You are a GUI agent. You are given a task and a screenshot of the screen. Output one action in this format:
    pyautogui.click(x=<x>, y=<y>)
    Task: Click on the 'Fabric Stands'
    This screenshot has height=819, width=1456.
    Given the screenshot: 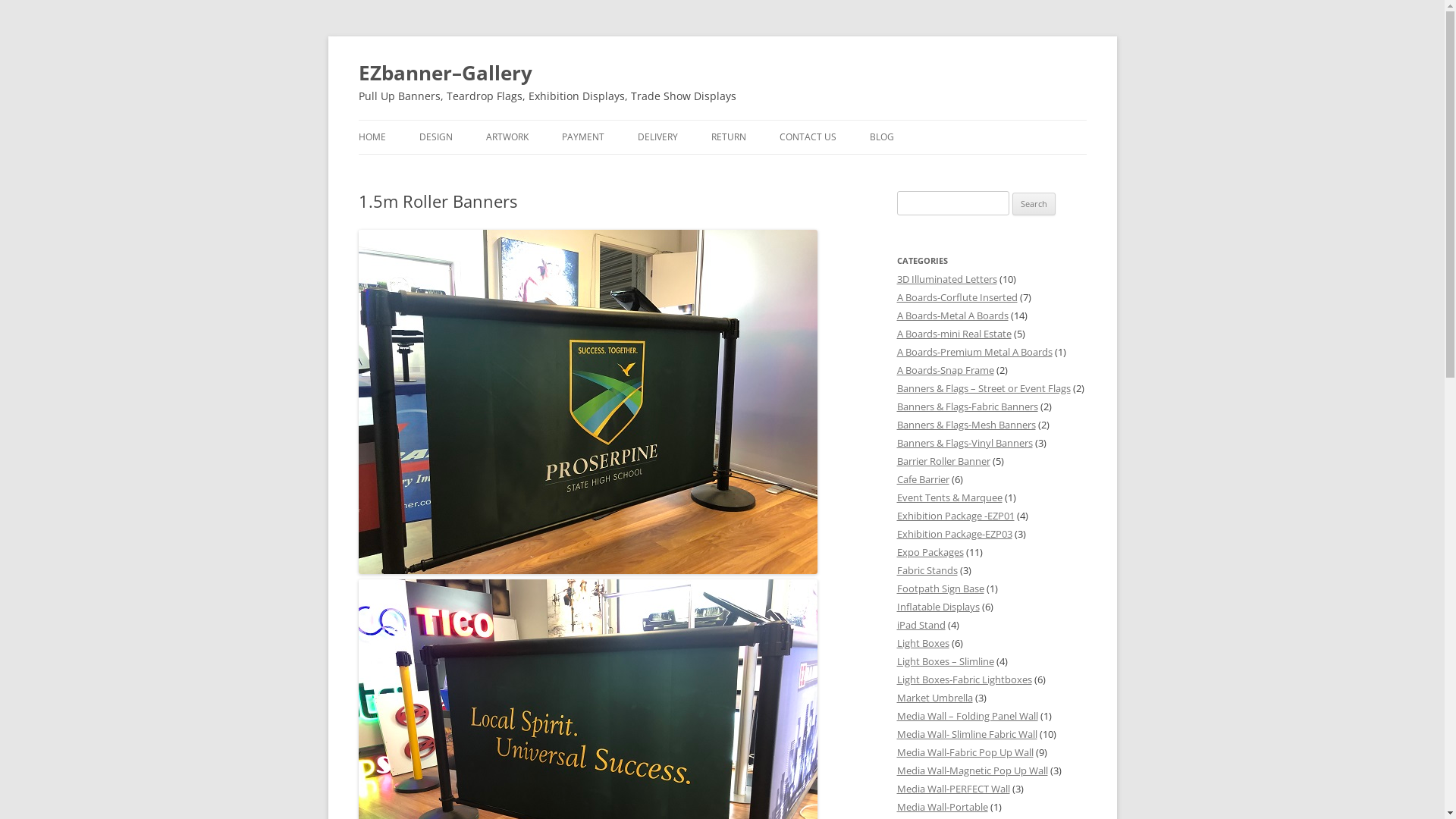 What is the action you would take?
    pyautogui.click(x=926, y=570)
    